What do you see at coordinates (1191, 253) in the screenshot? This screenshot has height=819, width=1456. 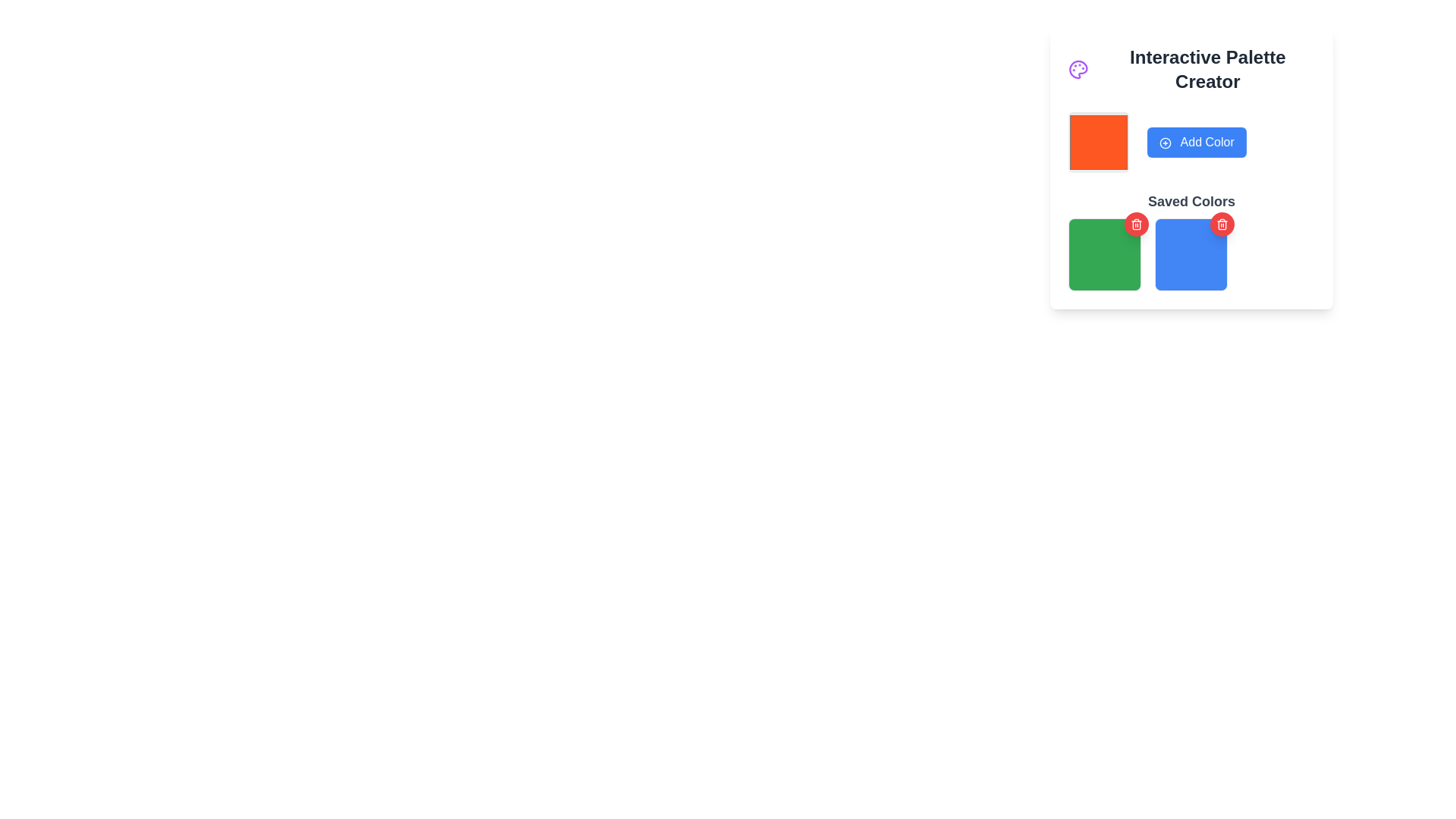 I see `the color panel located in the second column of the grid beneath the 'Saved Colors' label for rearrangement` at bounding box center [1191, 253].